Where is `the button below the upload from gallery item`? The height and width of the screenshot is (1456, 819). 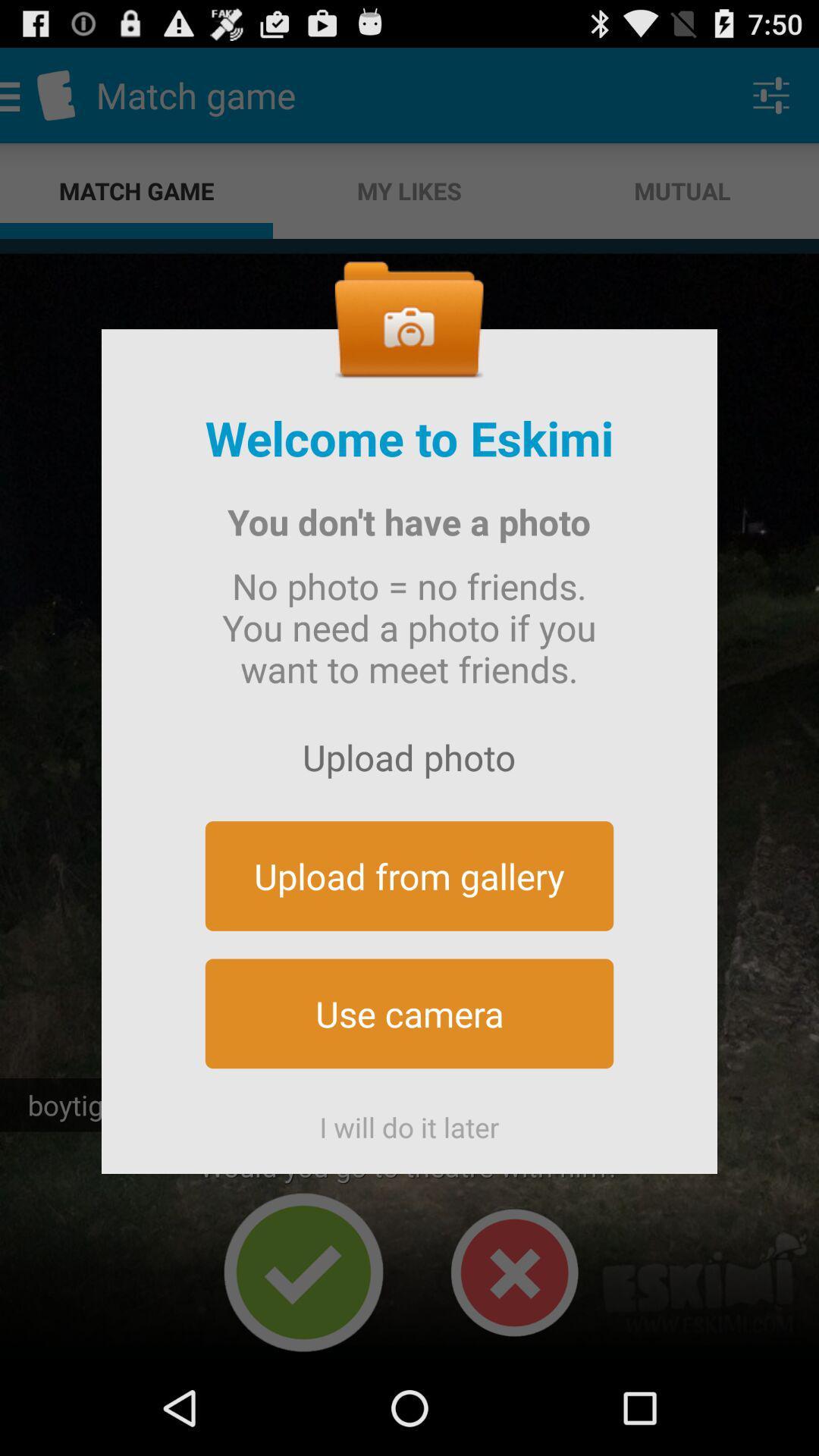 the button below the upload from gallery item is located at coordinates (409, 1013).